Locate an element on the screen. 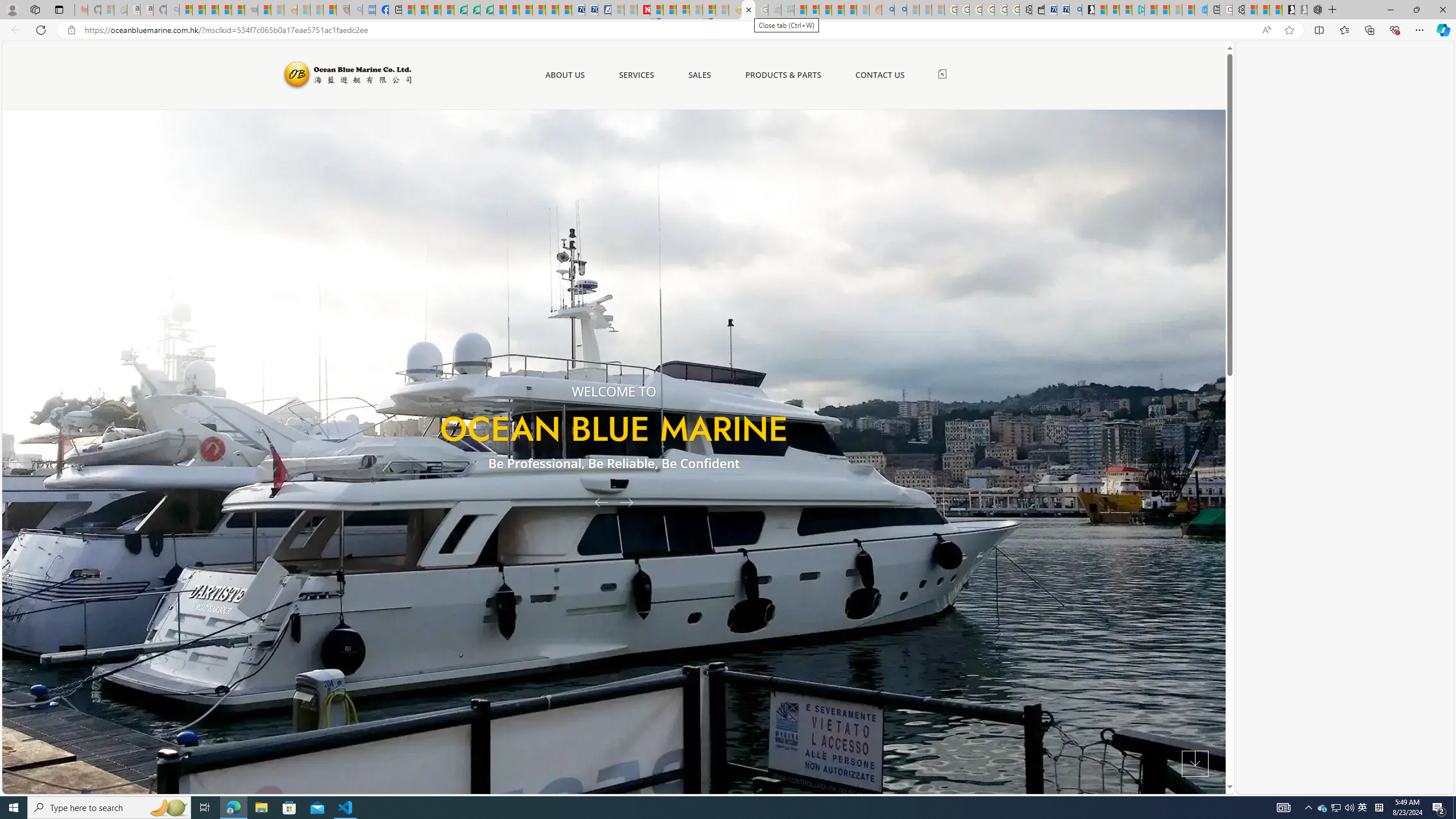 This screenshot has height=819, width=1456. 'SALES' is located at coordinates (700, 75).